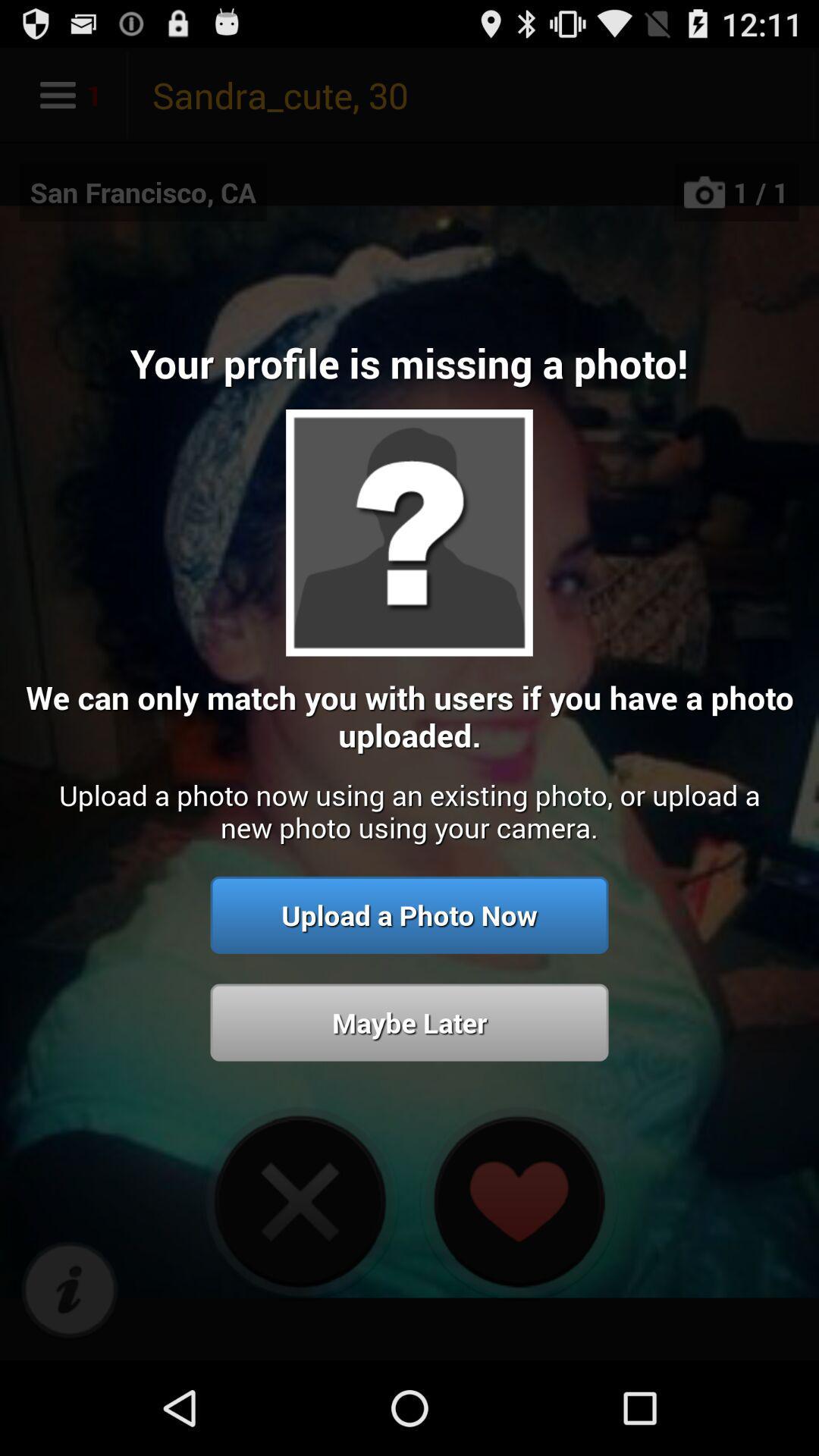 The width and height of the screenshot is (819, 1456). I want to click on info menu, so click(69, 1290).